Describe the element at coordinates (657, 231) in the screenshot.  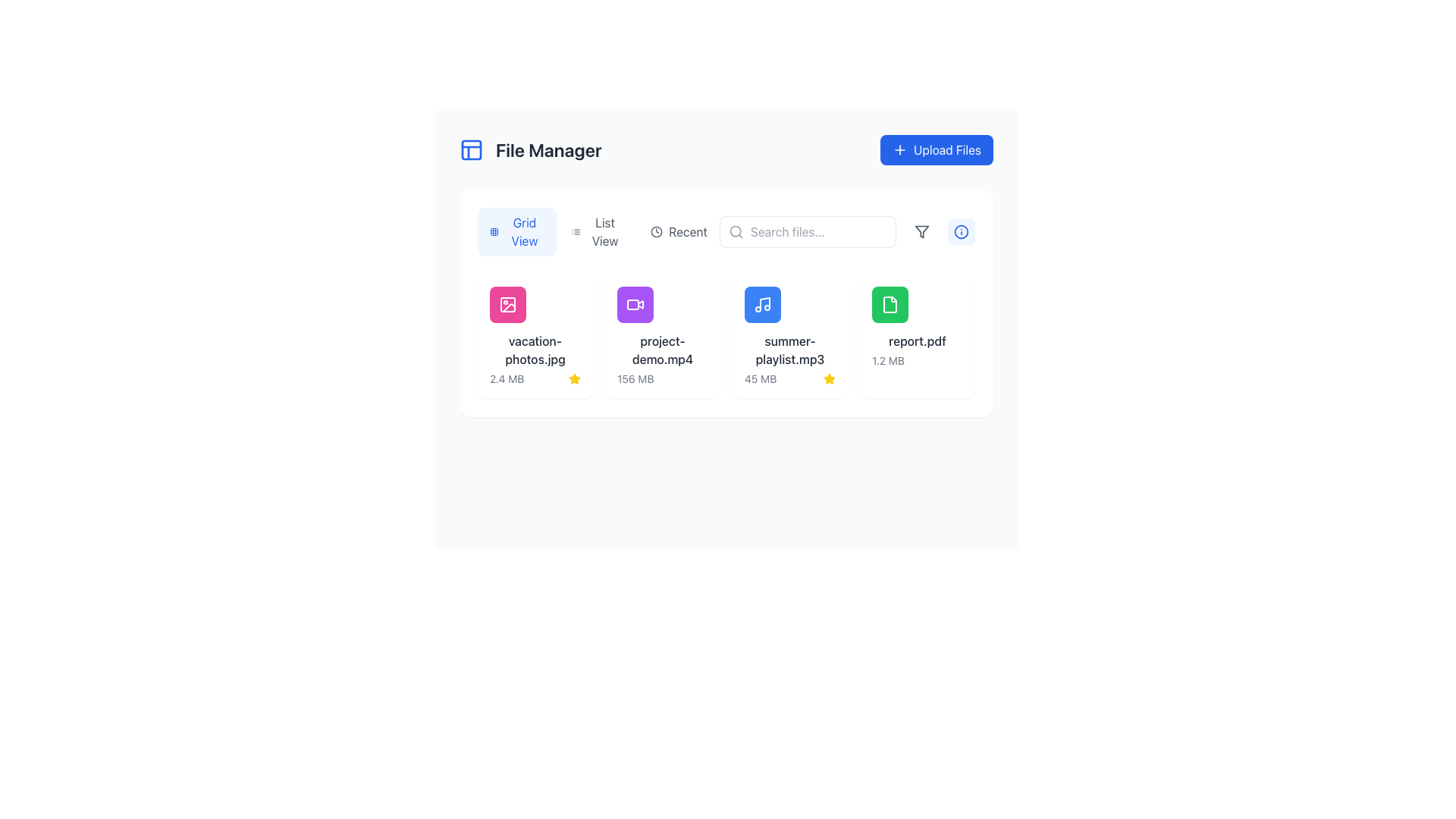
I see `the SVG-based clock icon representing the 'Recent' functionality in the File Manager application, located near the top center-right of the interface` at that location.